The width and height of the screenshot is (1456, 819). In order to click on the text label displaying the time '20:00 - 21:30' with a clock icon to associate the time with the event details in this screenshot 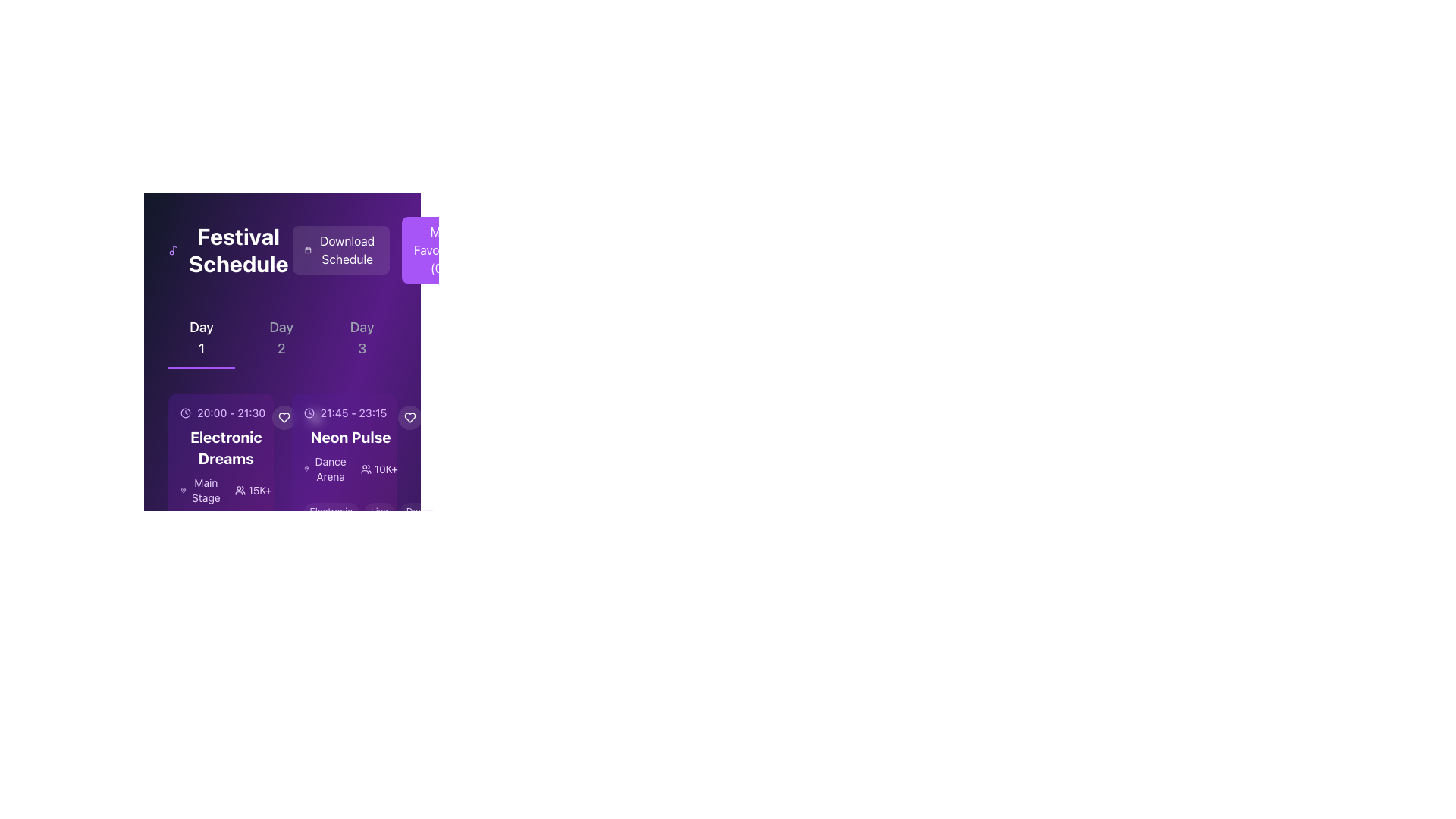, I will do `click(225, 413)`.